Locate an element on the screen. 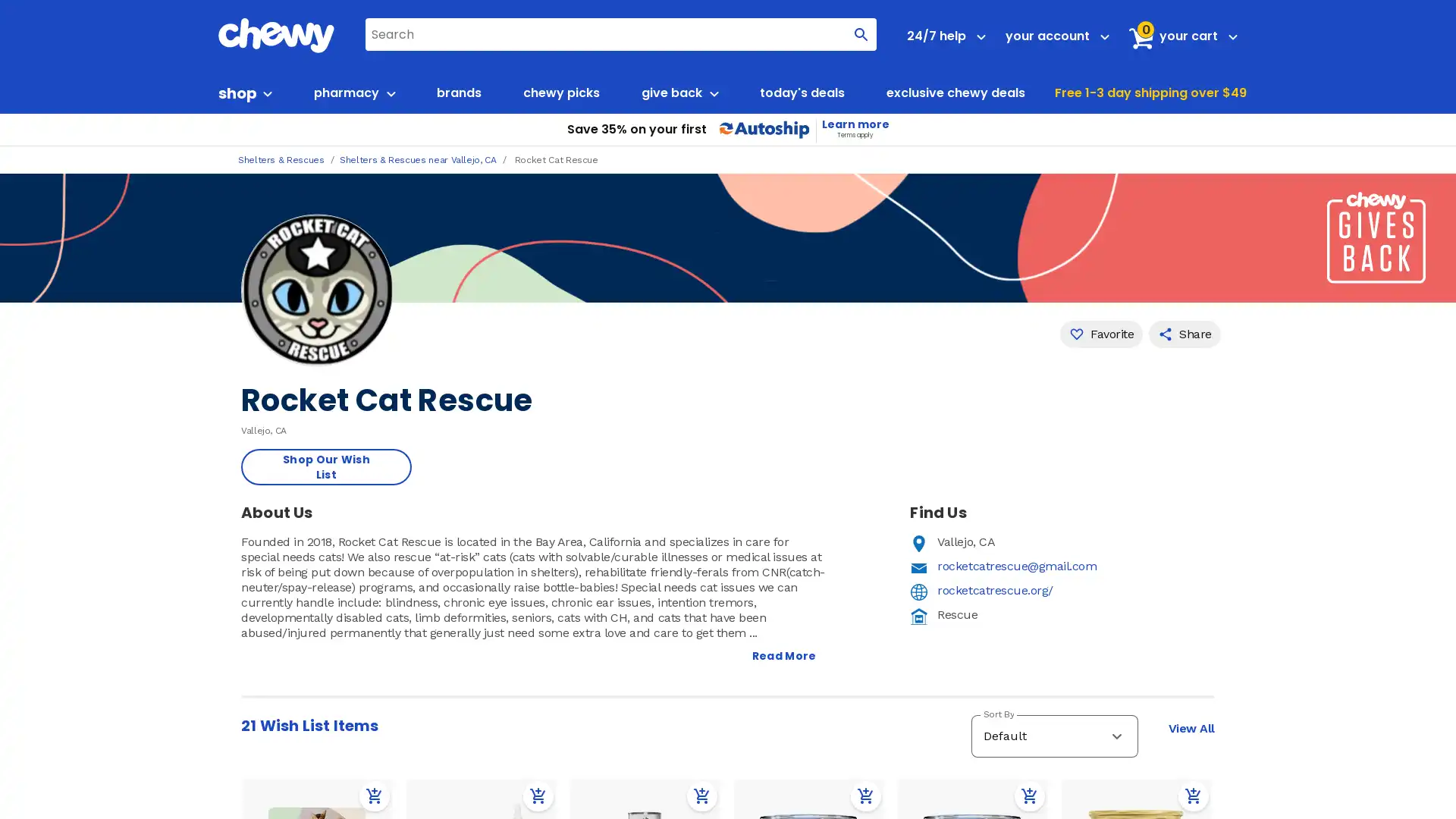 Image resolution: width=1456 pixels, height=819 pixels. Add 1 item to cart. Friskies Classic Pate Liver & Chicken Dinner Canned Cat Food, 5.5-oz, case of 24 is located at coordinates (1030, 795).